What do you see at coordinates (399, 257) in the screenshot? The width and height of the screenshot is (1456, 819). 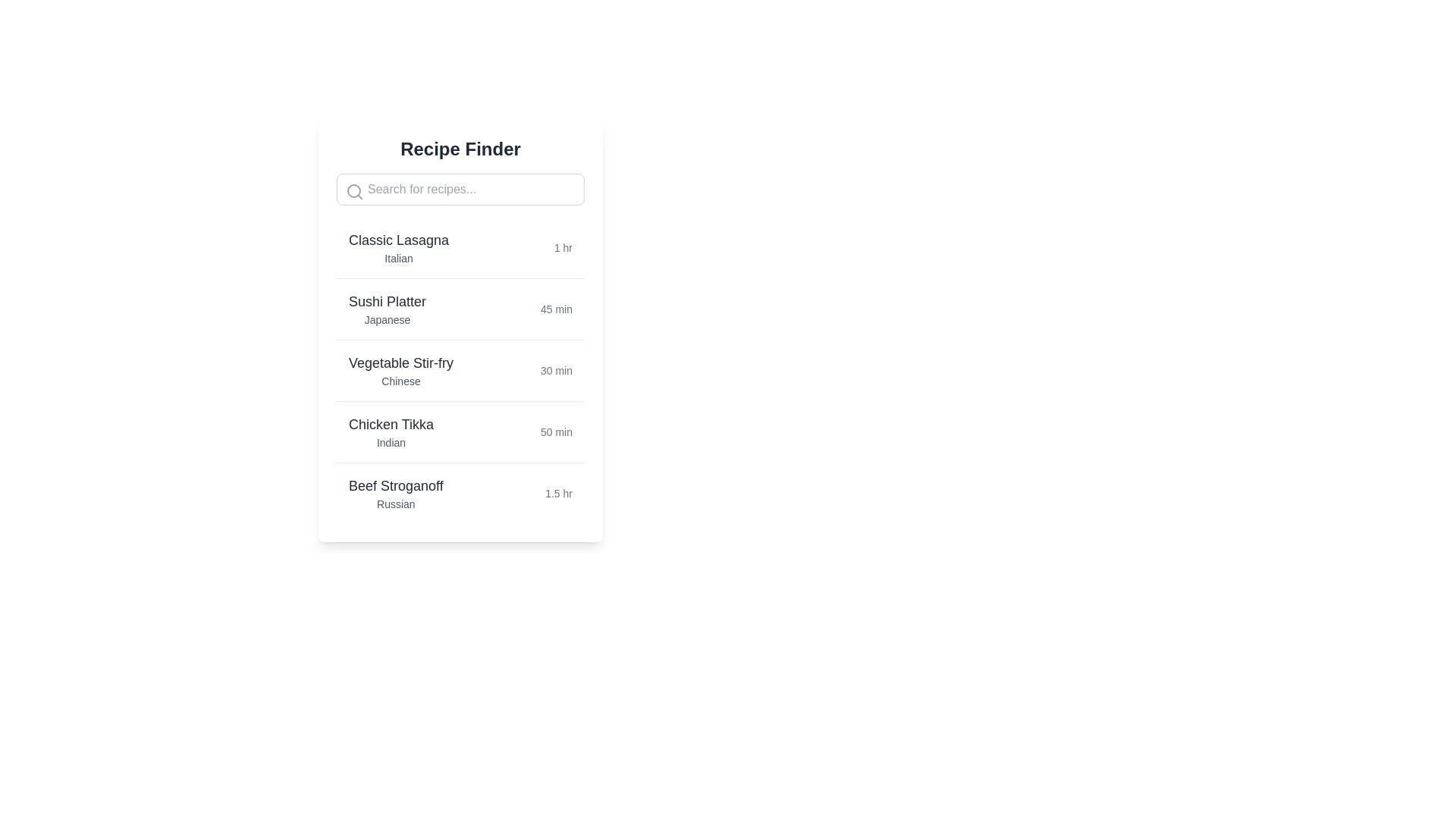 I see `the small gray text label displaying 'Italian', which is located directly below the 'Classic Lasagna' text` at bounding box center [399, 257].